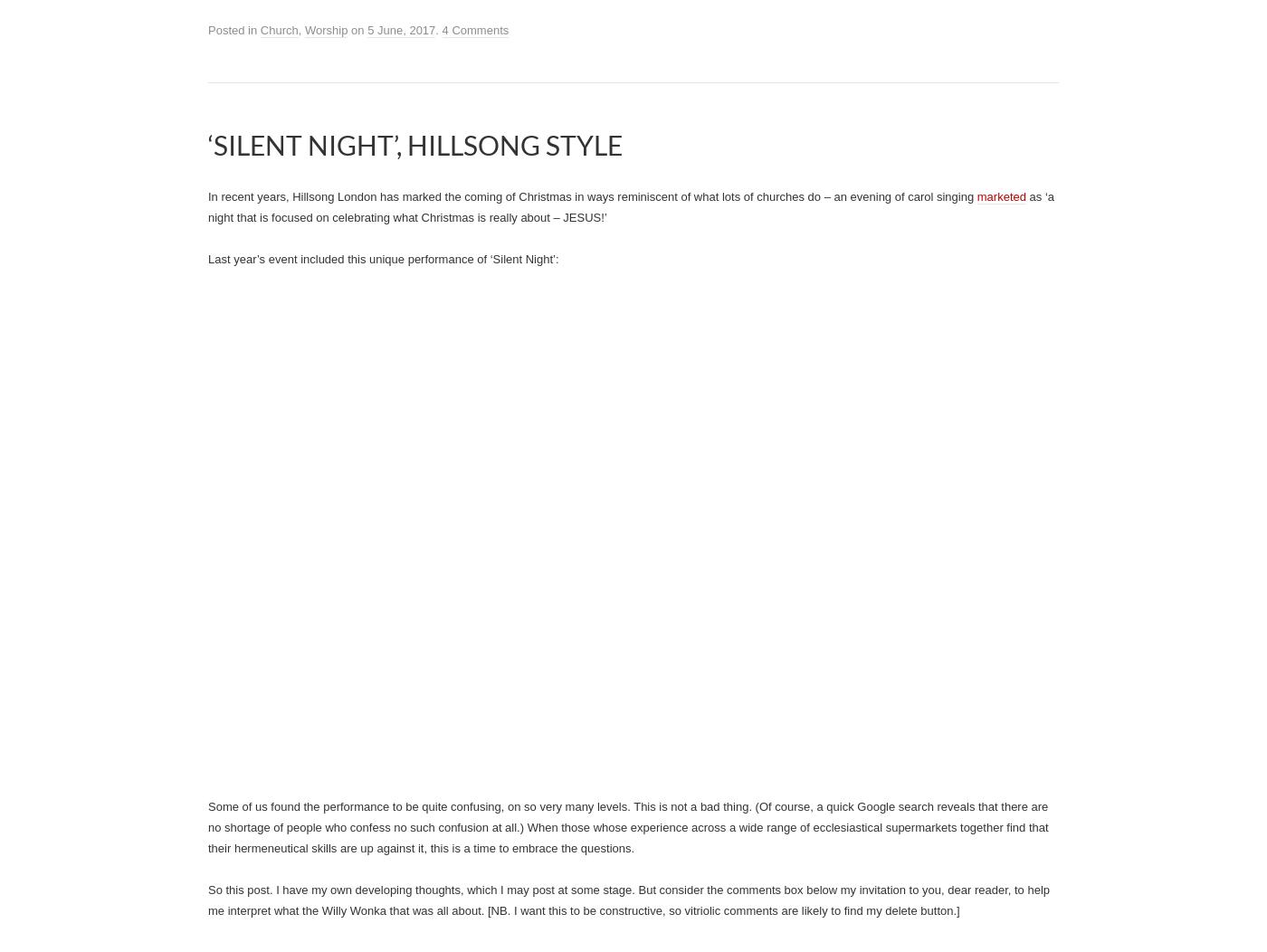 This screenshot has height=952, width=1267. I want to click on '5 June, 2017', so click(401, 30).